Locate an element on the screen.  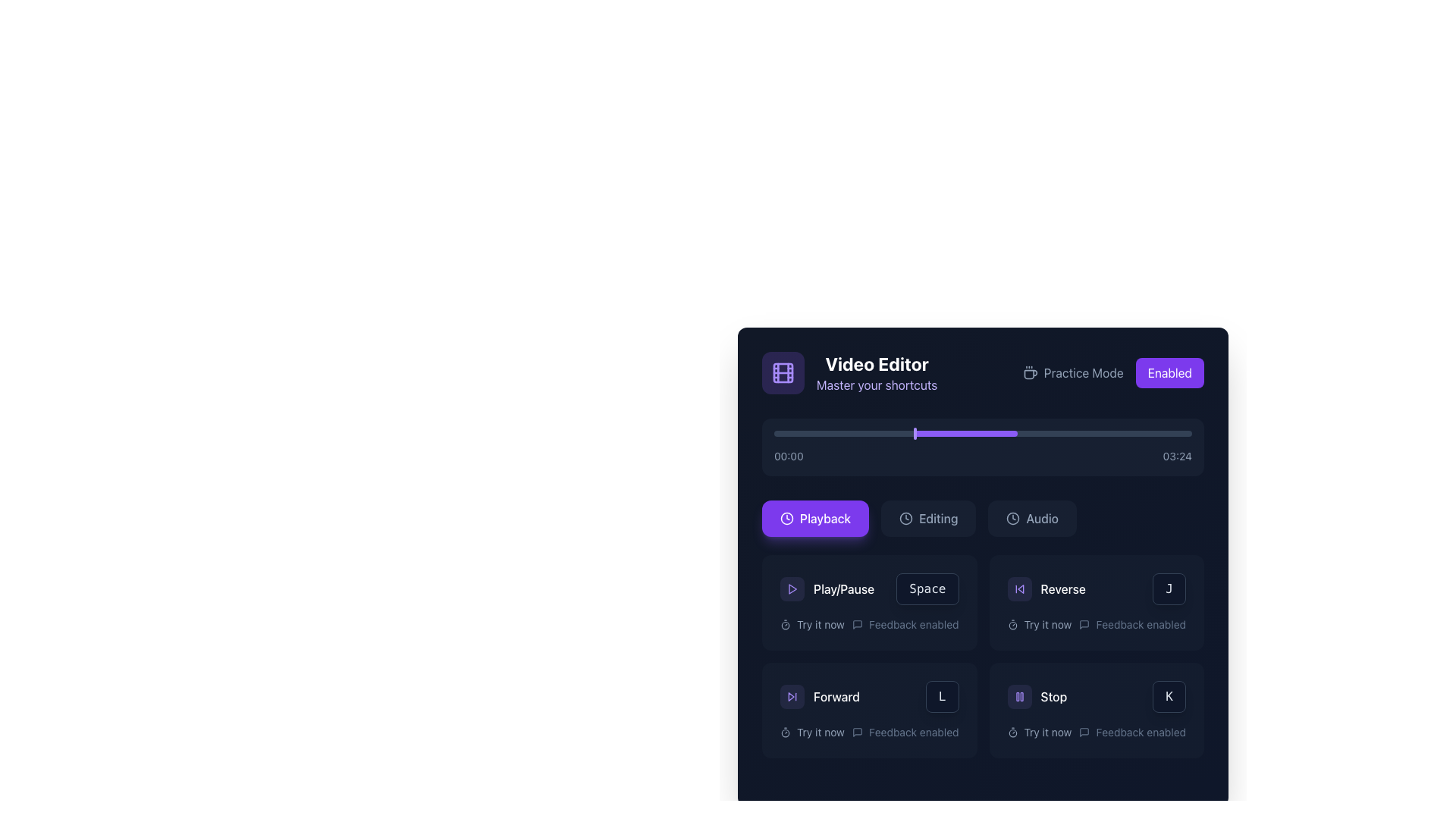
the informational text label with an icon located under the 'Play/Pause' section in the control panel, which suggests an action related to 'Trying' a particular feature or function is located at coordinates (811, 625).